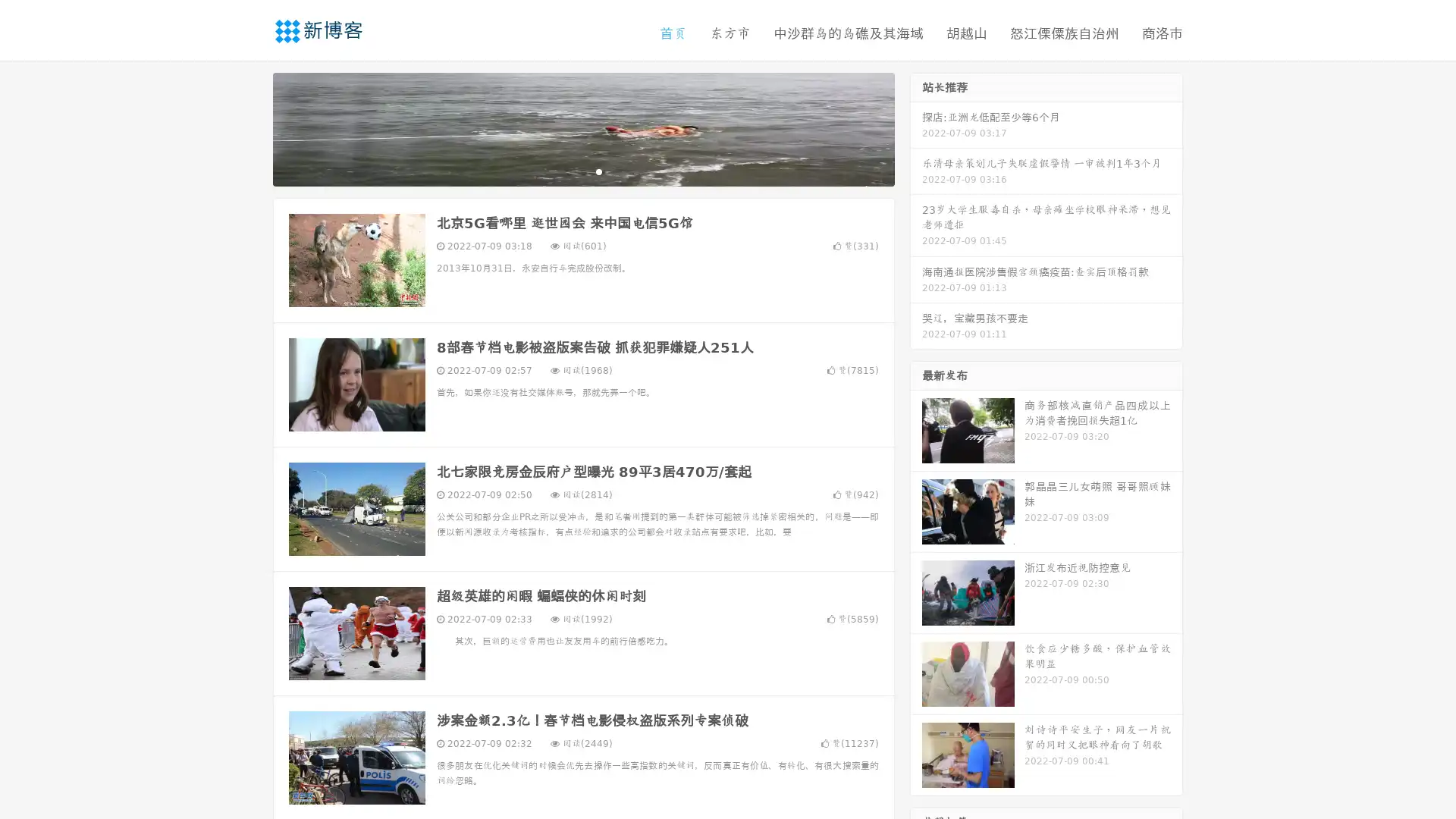 The height and width of the screenshot is (819, 1456). Describe the element at coordinates (582, 171) in the screenshot. I see `Go to slide 2` at that location.